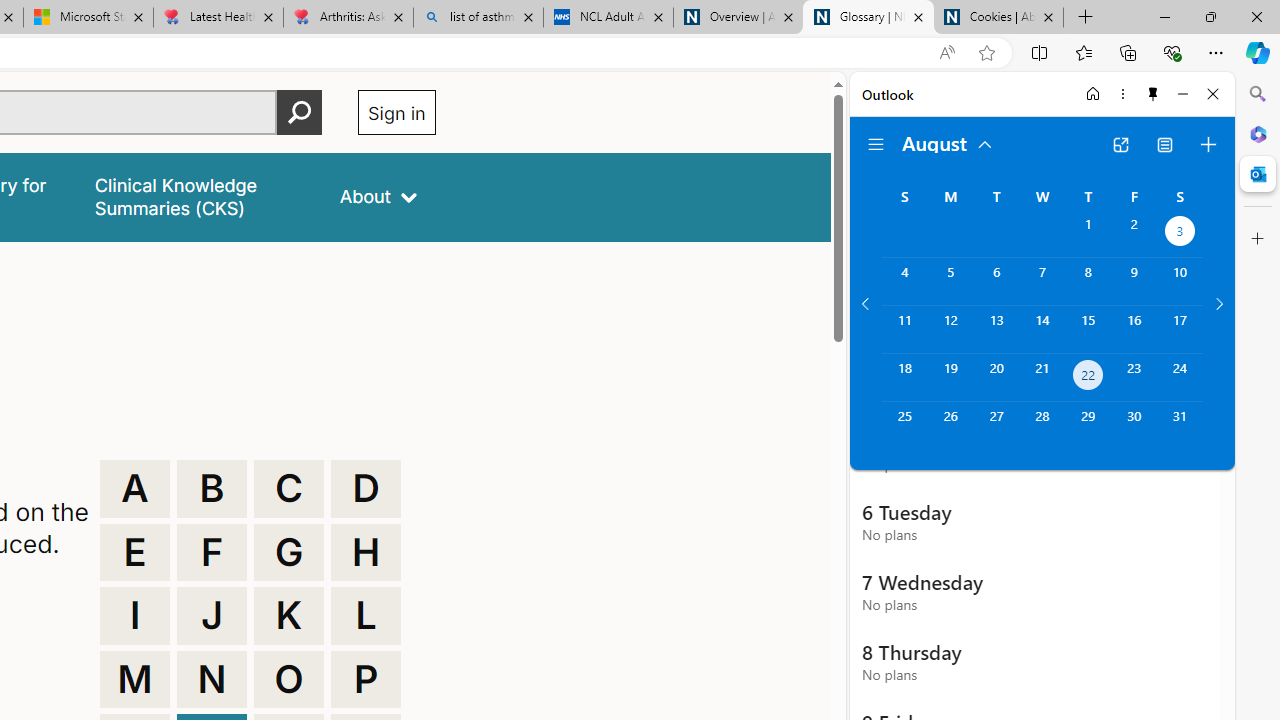  Describe the element at coordinates (903, 328) in the screenshot. I see `'Sunday, August 11, 2024. '` at that location.